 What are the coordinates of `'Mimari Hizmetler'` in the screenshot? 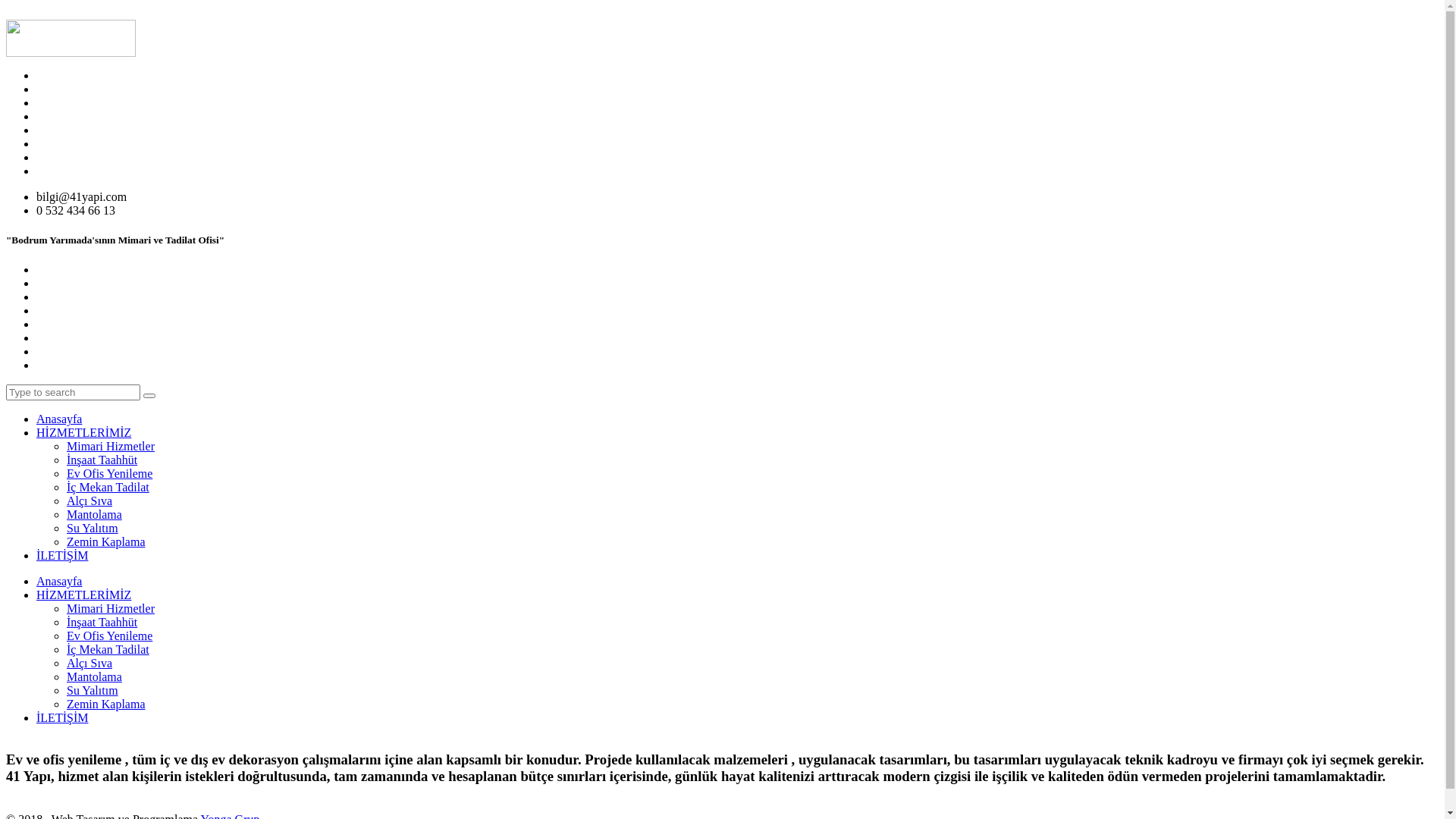 It's located at (109, 607).